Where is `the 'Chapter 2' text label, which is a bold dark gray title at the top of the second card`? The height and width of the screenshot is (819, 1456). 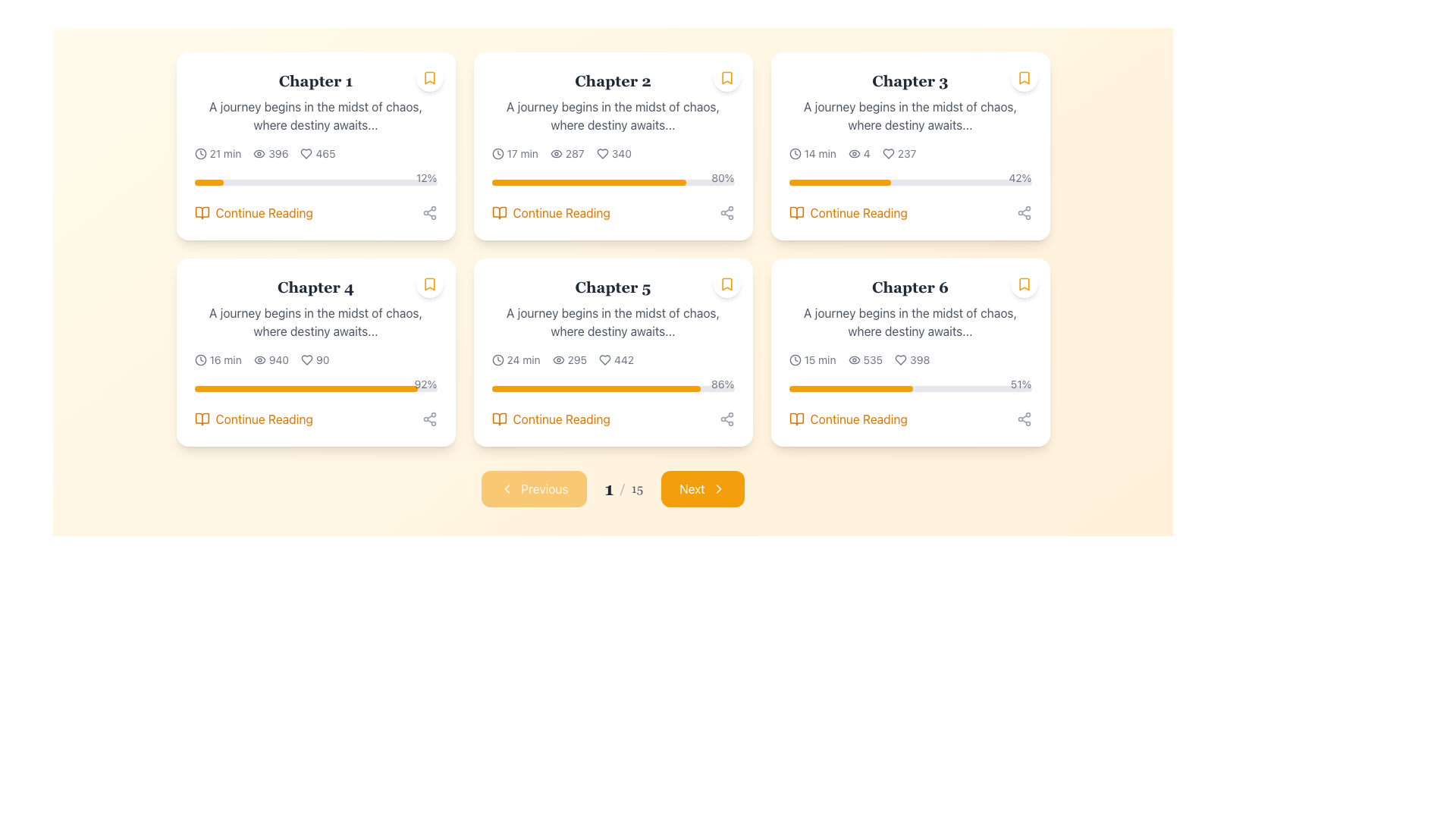
the 'Chapter 2' text label, which is a bold dark gray title at the top of the second card is located at coordinates (613, 81).